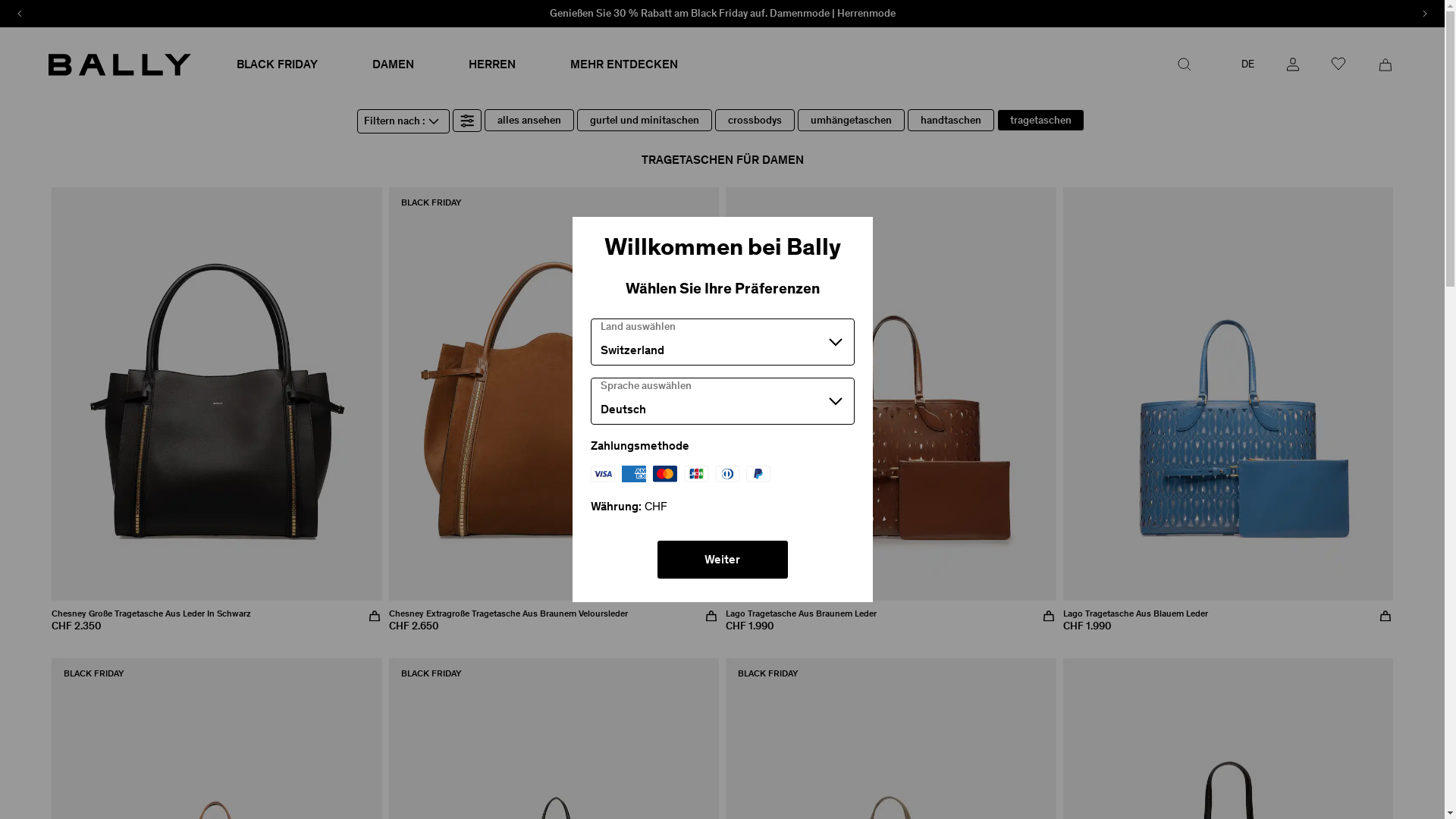 The width and height of the screenshot is (1456, 819). What do you see at coordinates (393, 63) in the screenshot?
I see `'DAMEN'` at bounding box center [393, 63].